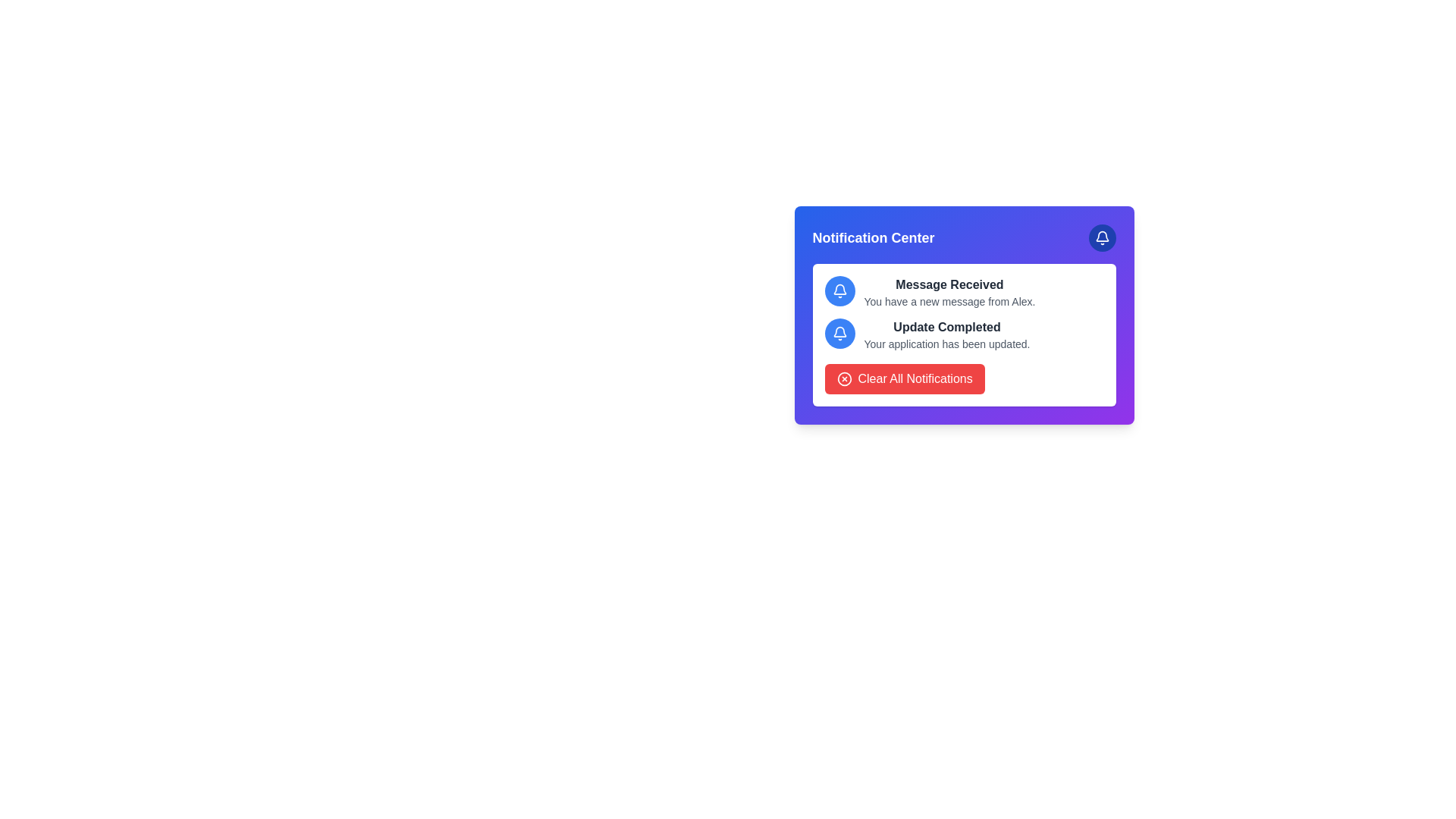 This screenshot has width=1456, height=819. Describe the element at coordinates (839, 332) in the screenshot. I see `the notification indicator element associated with the 'Update Completed' notification, positioned in the second row of the notifications list in the notification center panel` at that location.